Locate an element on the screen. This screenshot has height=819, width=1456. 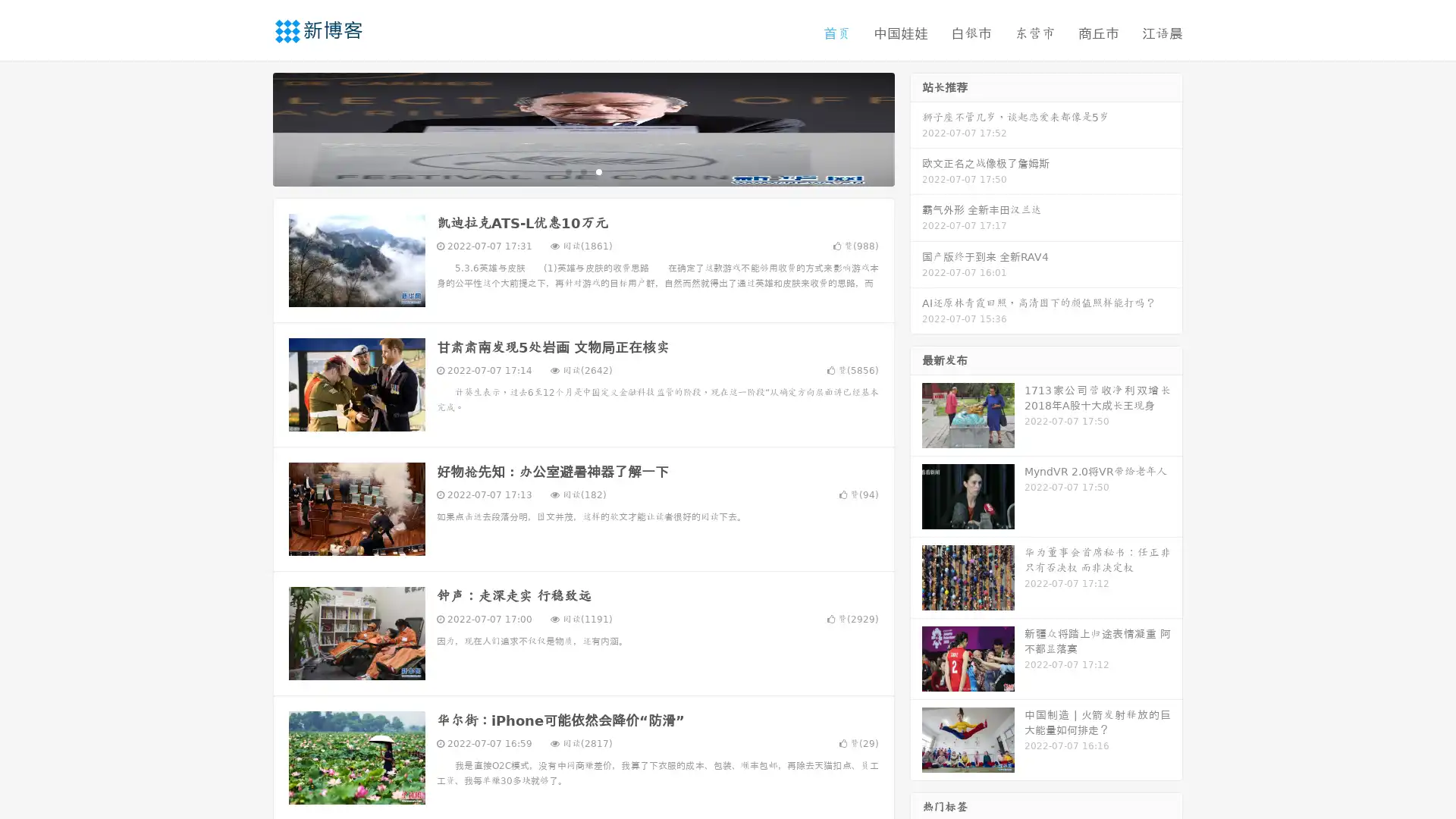
Previous slide is located at coordinates (250, 127).